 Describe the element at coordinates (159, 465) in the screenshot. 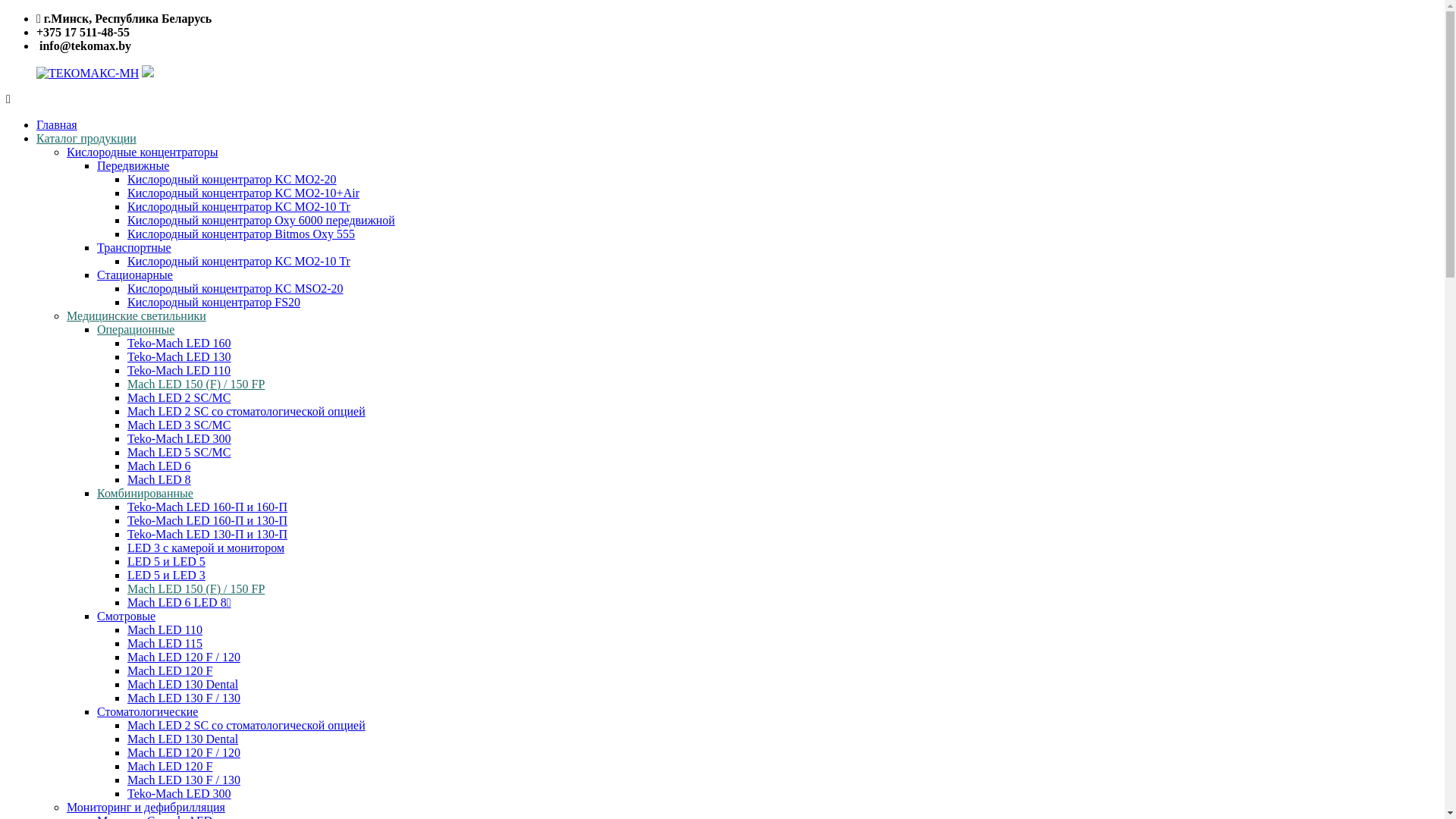

I see `'Mach LED 6'` at that location.